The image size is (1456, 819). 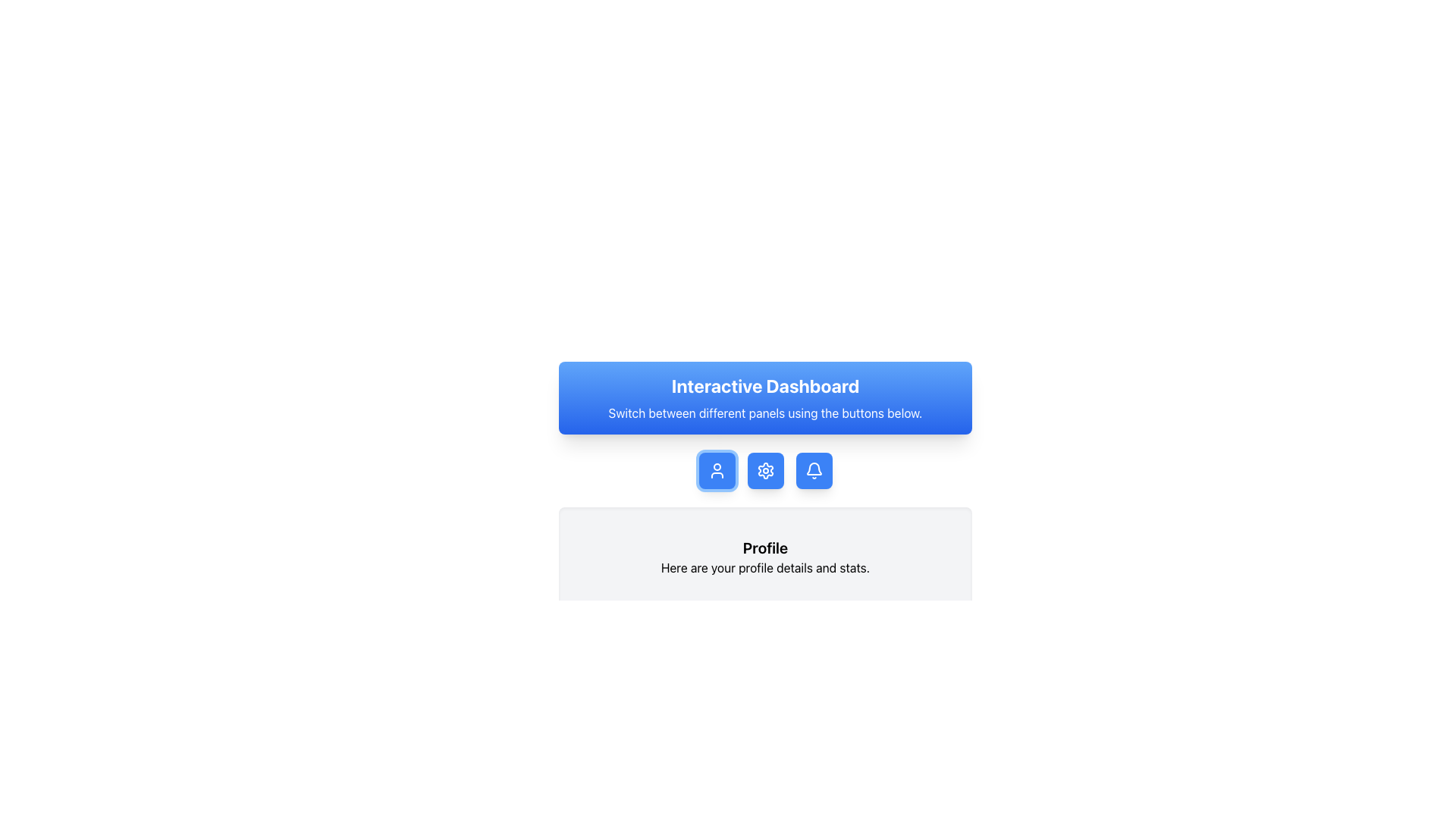 I want to click on the settings button located below 'Interactive Dashboard' and above 'Profile', so click(x=765, y=470).